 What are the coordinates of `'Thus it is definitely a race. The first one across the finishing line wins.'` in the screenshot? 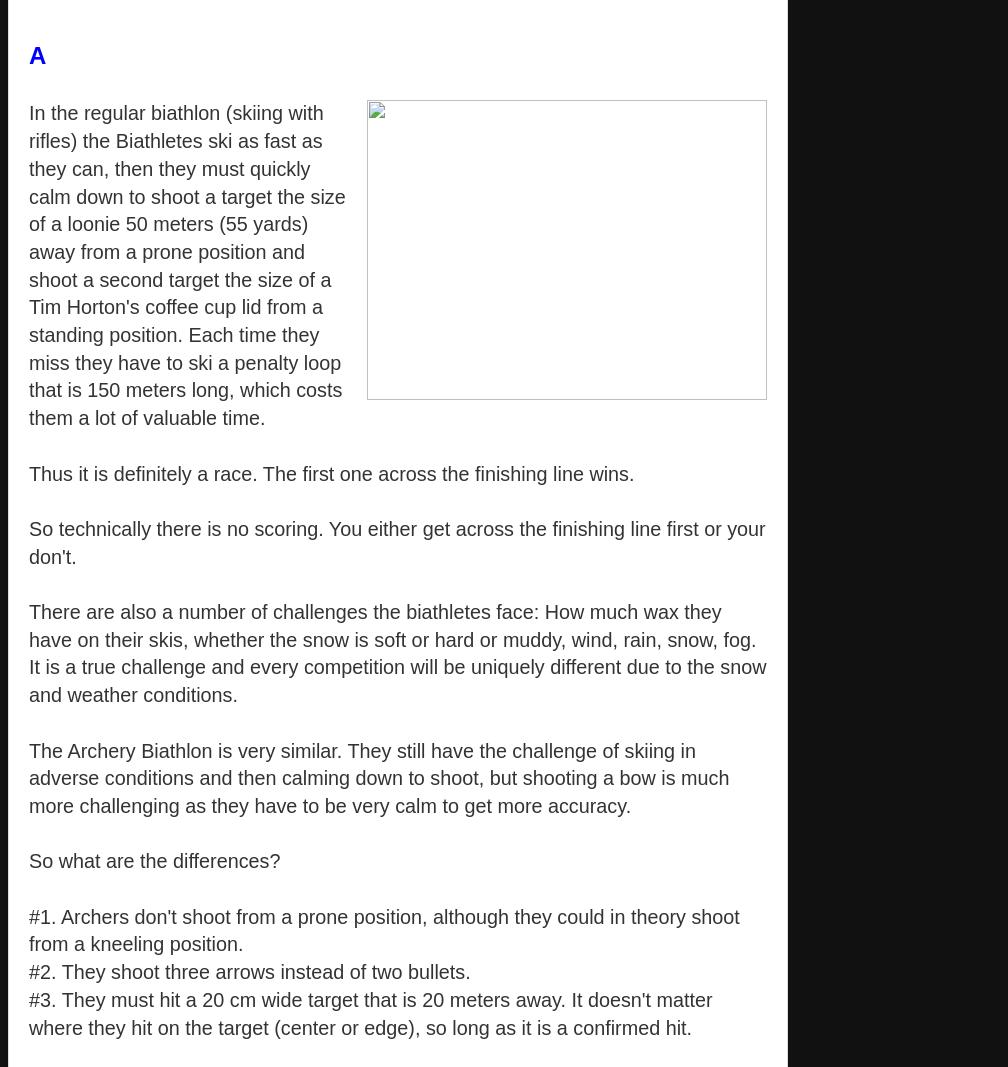 It's located at (331, 472).